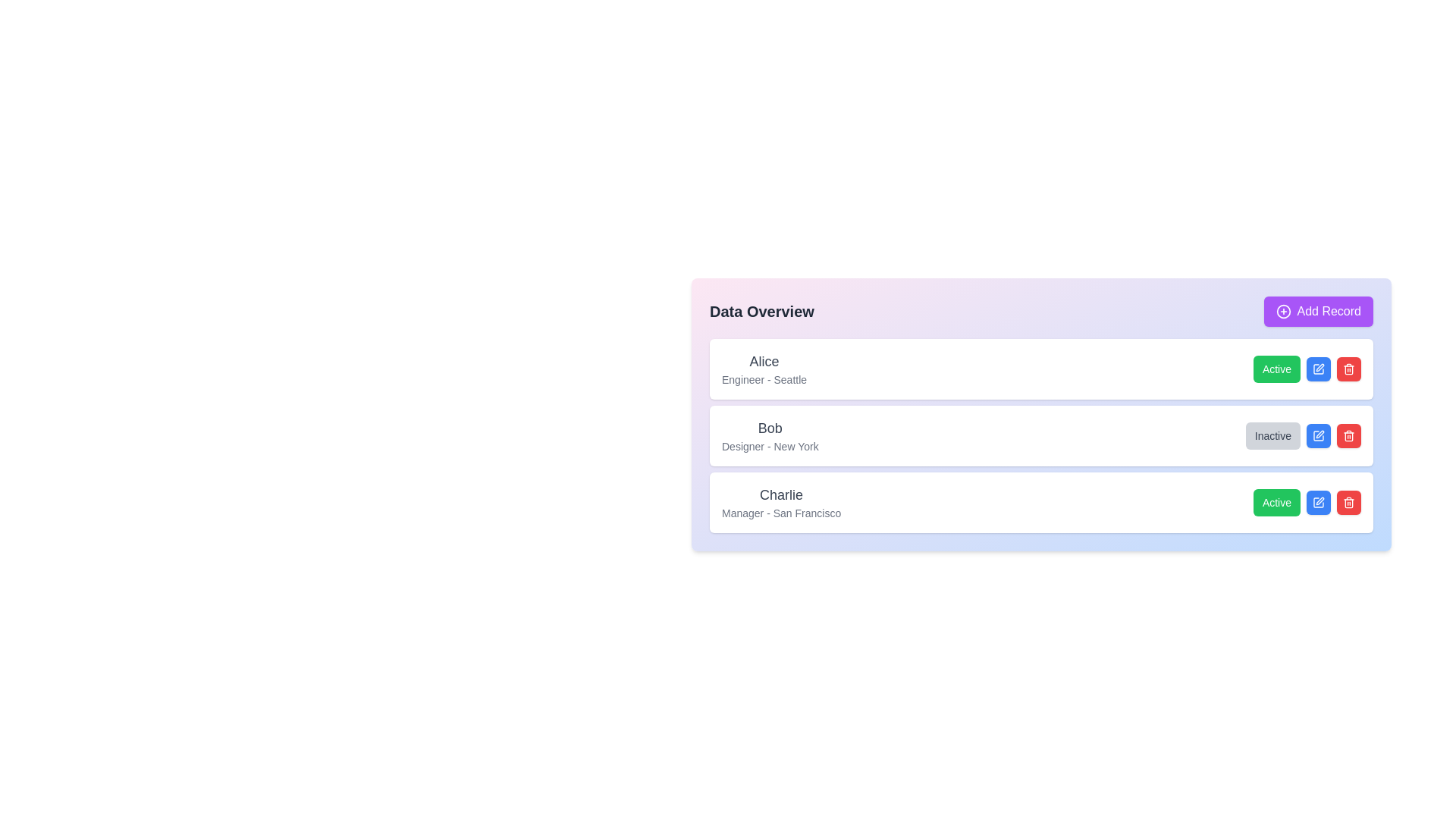 The width and height of the screenshot is (1456, 819). What do you see at coordinates (1349, 435) in the screenshot?
I see `the delete button with a red background and white text, located in the bottom right corner of the 'Inactive' status row` at bounding box center [1349, 435].